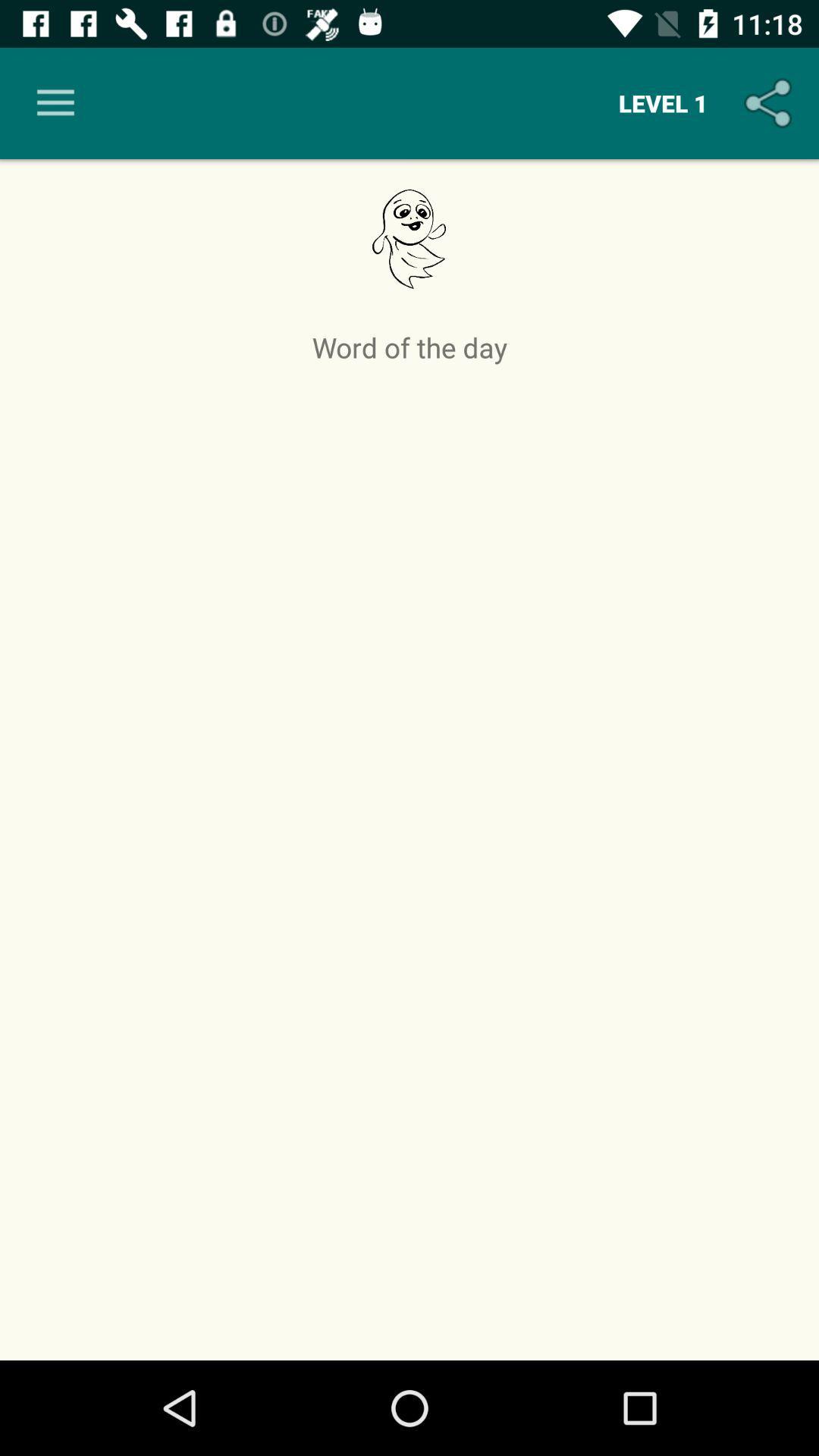  I want to click on icon at the top left corner, so click(55, 102).